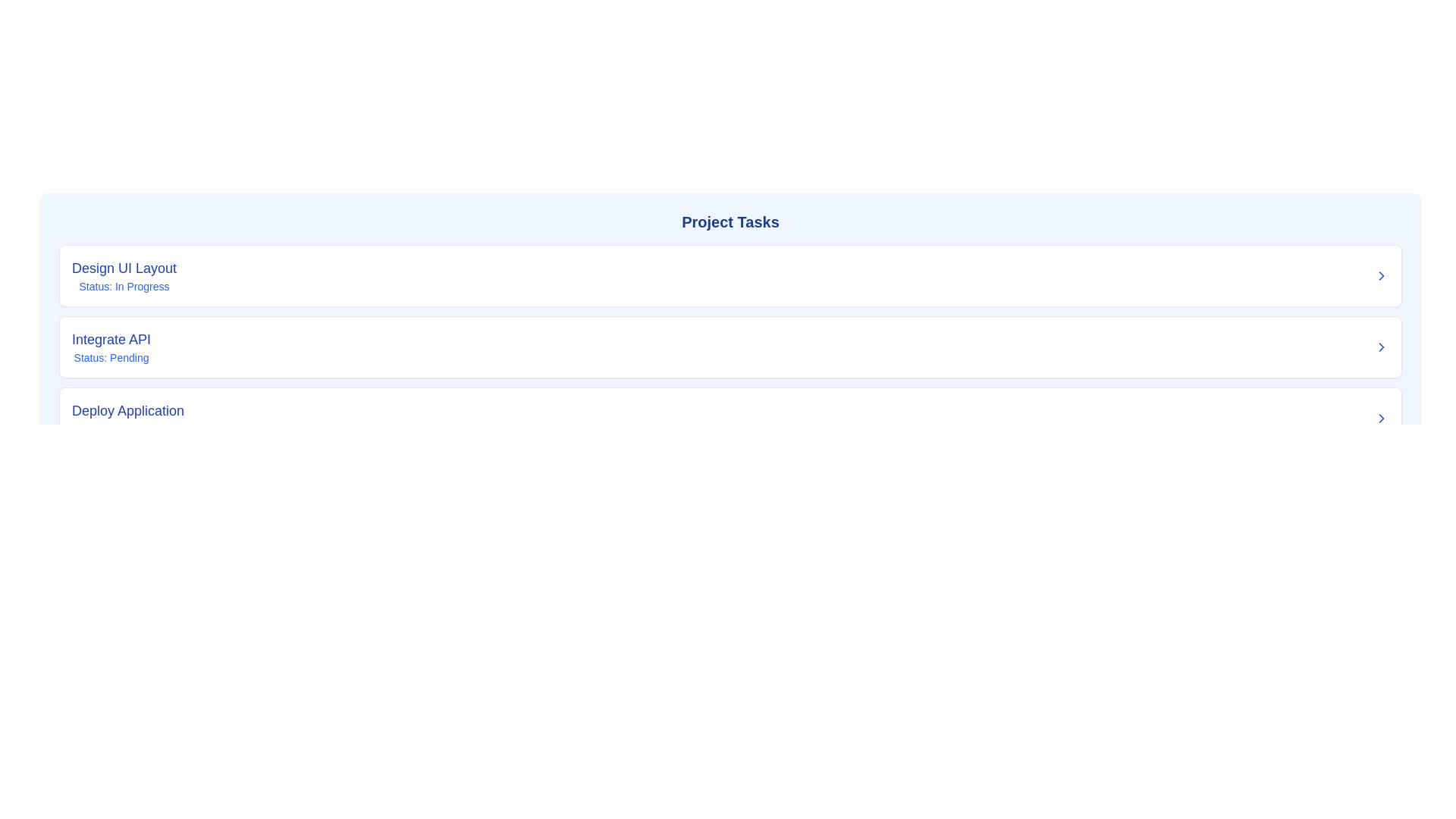  Describe the element at coordinates (1382, 347) in the screenshot. I see `the right-pointing chevron icon, styled in bold blue, located at the far right of the 'Integrate API' section` at that location.